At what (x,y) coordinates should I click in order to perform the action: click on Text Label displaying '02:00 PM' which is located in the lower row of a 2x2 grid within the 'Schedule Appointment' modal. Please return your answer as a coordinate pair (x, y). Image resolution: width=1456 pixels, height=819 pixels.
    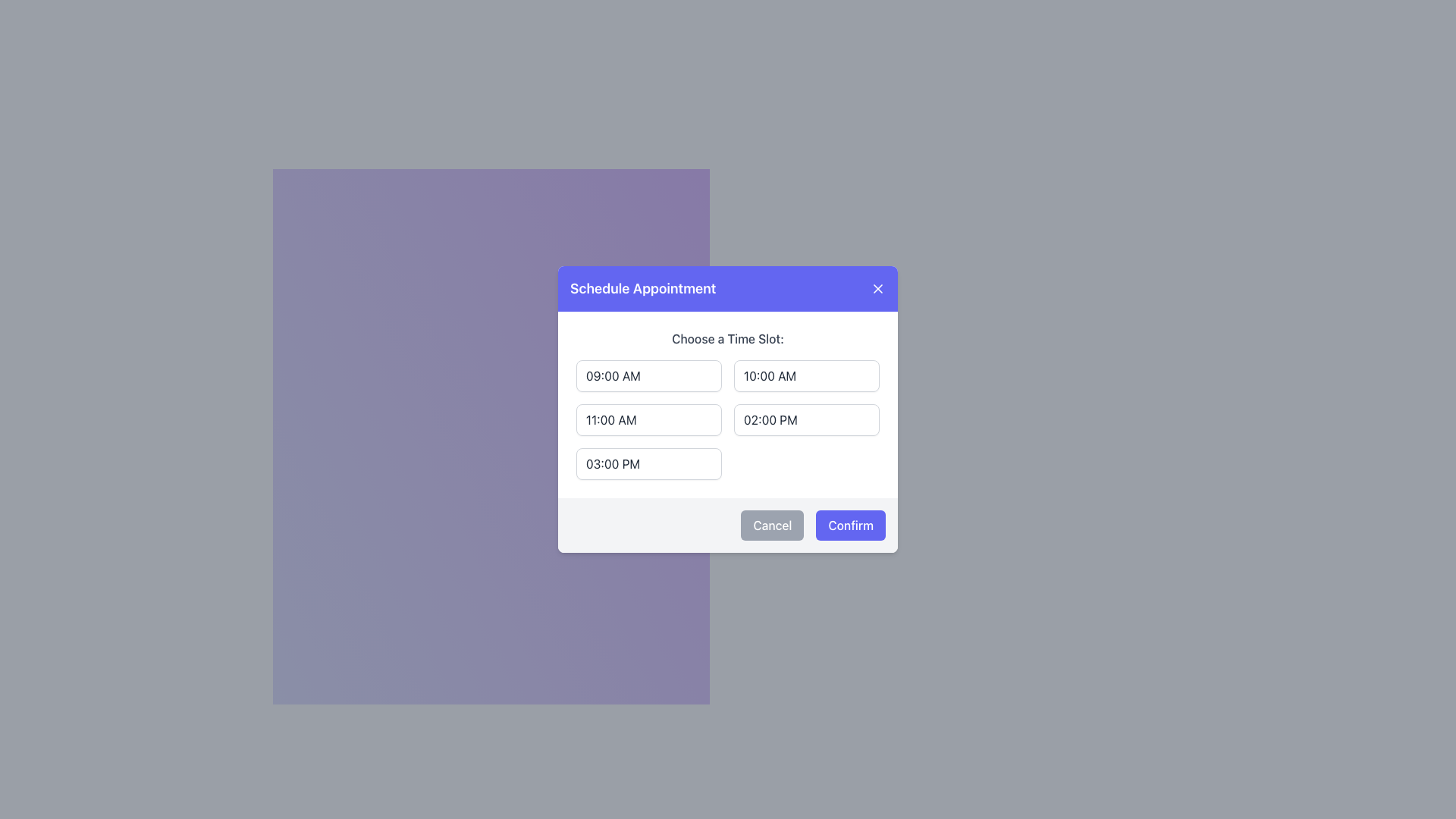
    Looking at the image, I should click on (770, 420).